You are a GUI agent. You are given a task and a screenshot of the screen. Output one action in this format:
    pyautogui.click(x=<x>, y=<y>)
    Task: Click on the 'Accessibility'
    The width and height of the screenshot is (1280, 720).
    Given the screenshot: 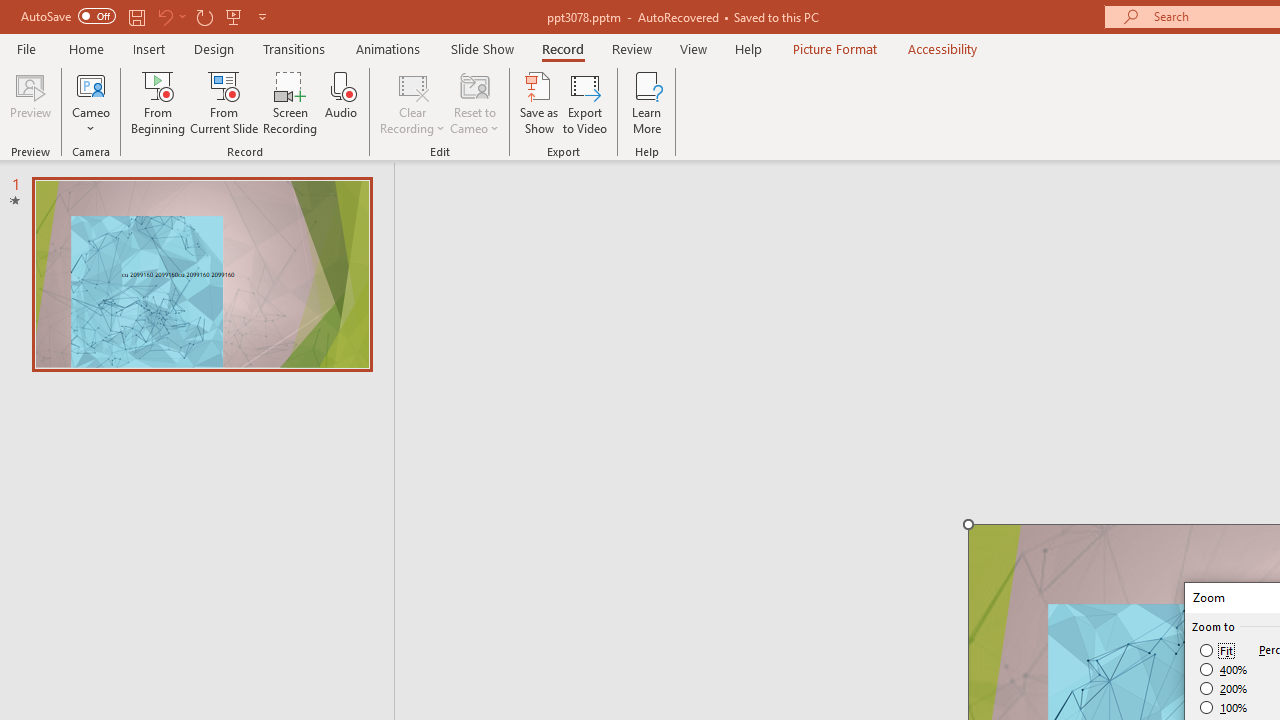 What is the action you would take?
    pyautogui.click(x=941, y=48)
    